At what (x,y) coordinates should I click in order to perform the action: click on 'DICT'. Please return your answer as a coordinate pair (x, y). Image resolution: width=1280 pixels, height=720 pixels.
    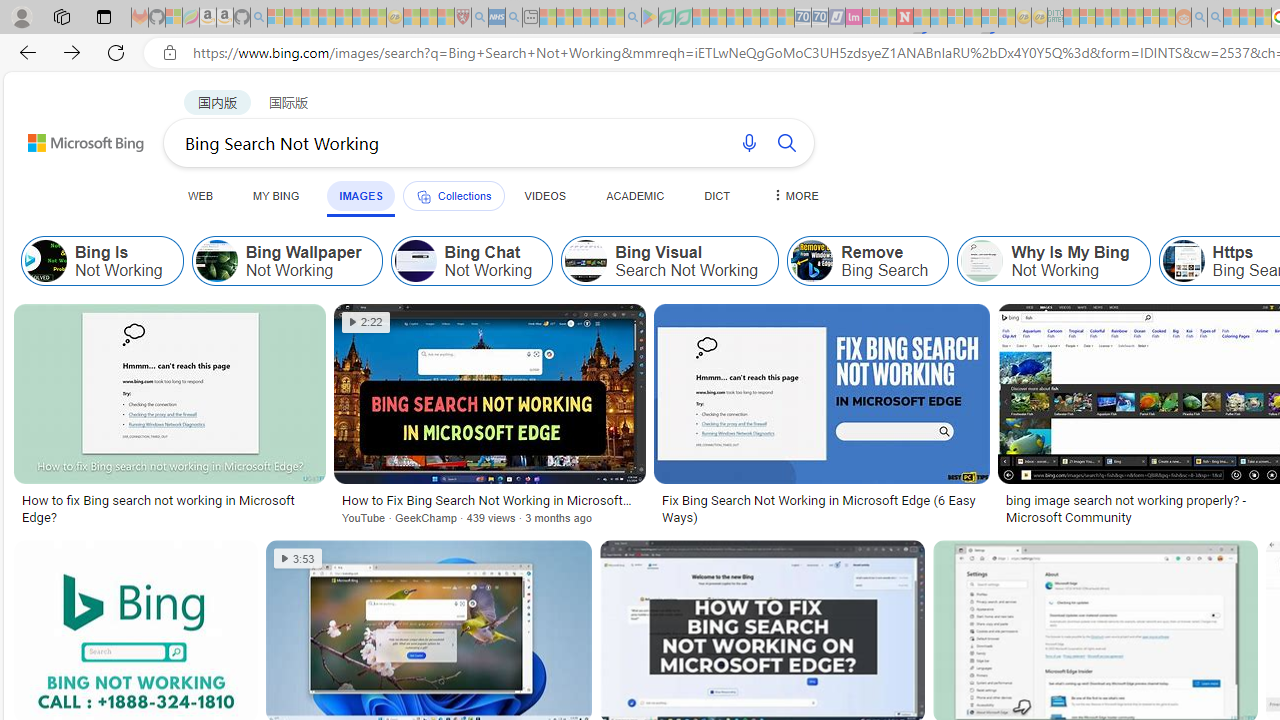
    Looking at the image, I should click on (717, 195).